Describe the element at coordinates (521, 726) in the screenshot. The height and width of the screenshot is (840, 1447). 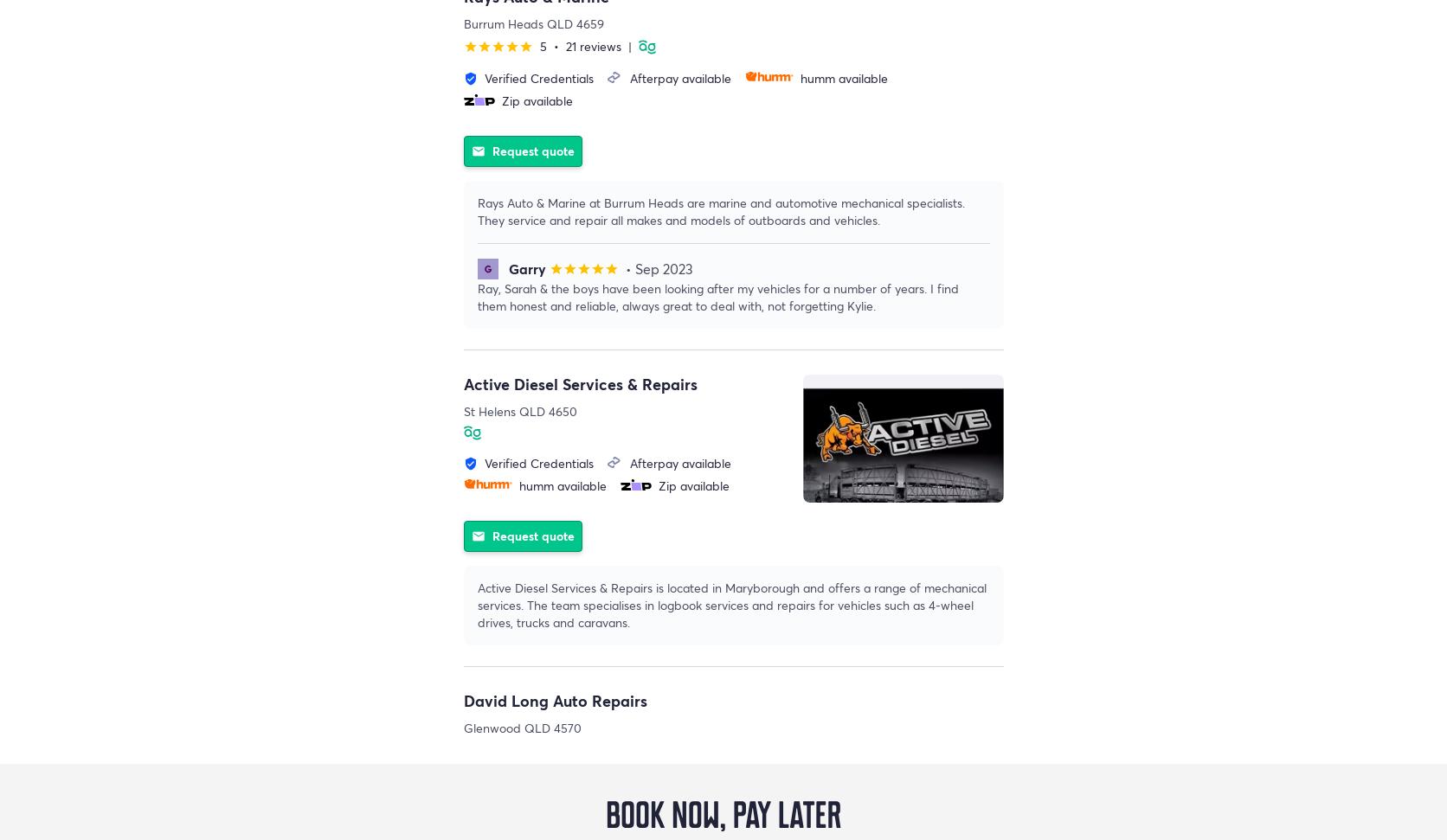
I see `'Glenwood QLD 4570'` at that location.